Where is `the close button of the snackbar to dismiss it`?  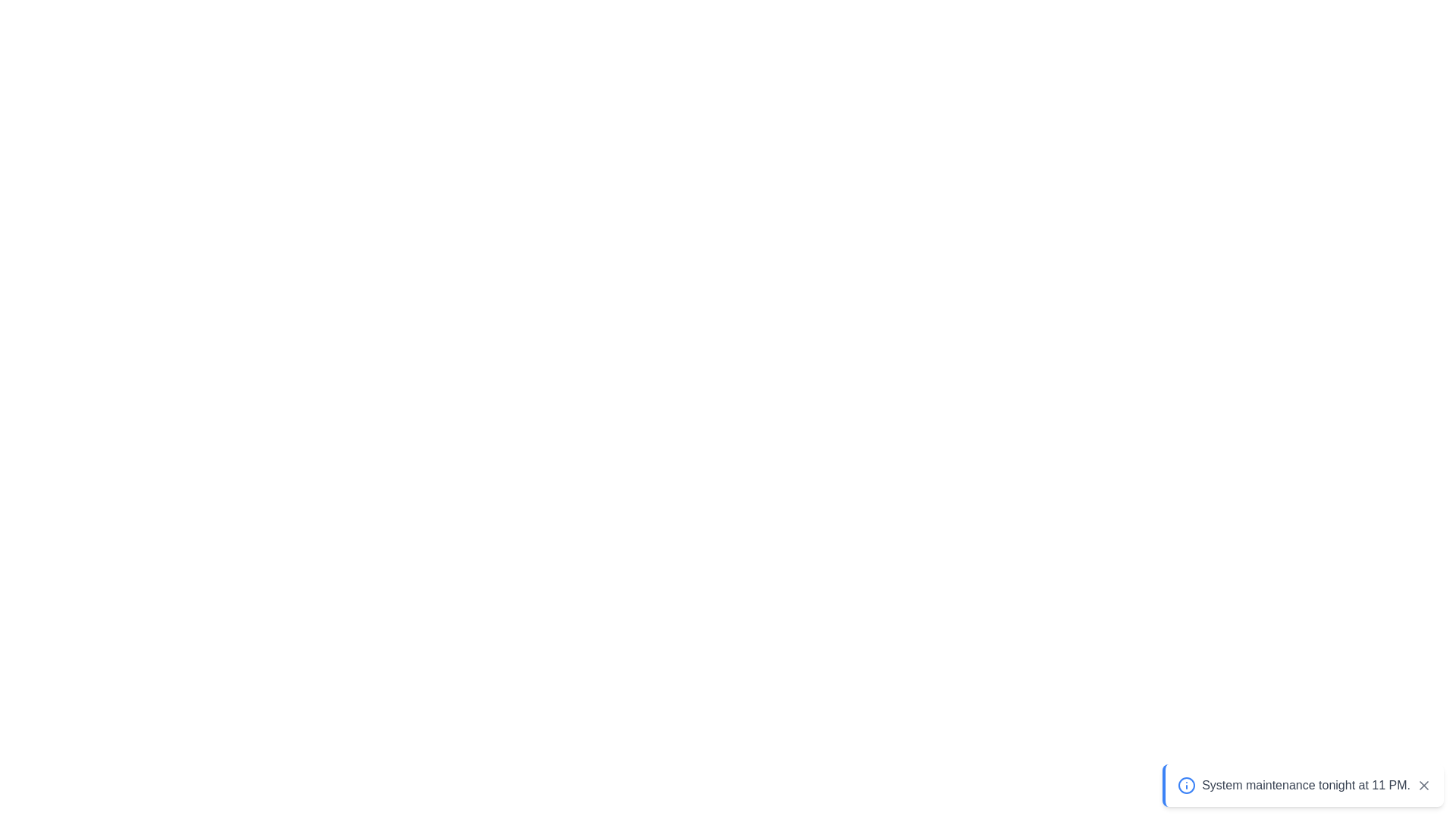
the close button of the snackbar to dismiss it is located at coordinates (1423, 785).